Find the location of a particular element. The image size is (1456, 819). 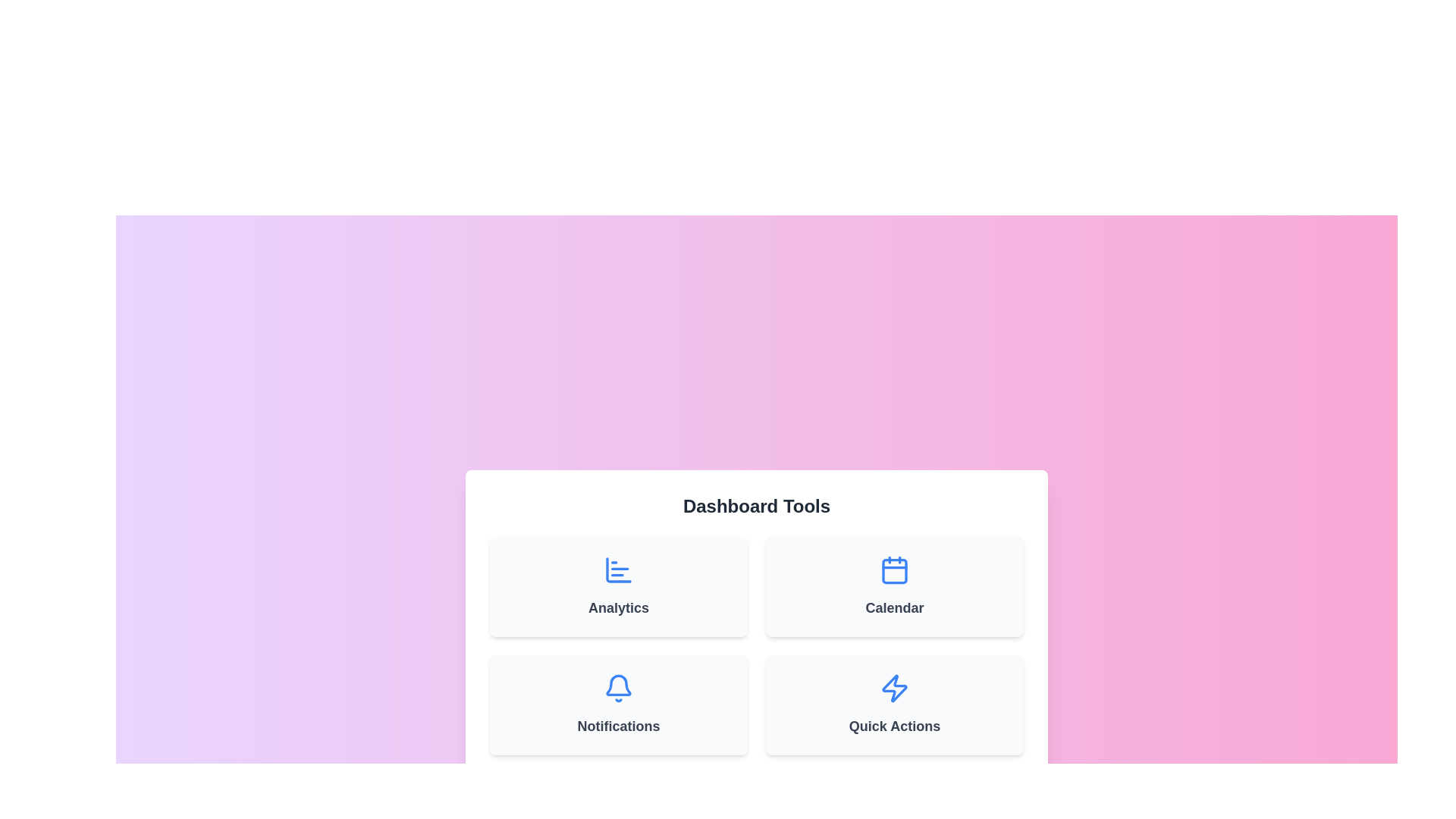

the 'Calendar' interactive card located in the top-right cell of the grid is located at coordinates (895, 586).